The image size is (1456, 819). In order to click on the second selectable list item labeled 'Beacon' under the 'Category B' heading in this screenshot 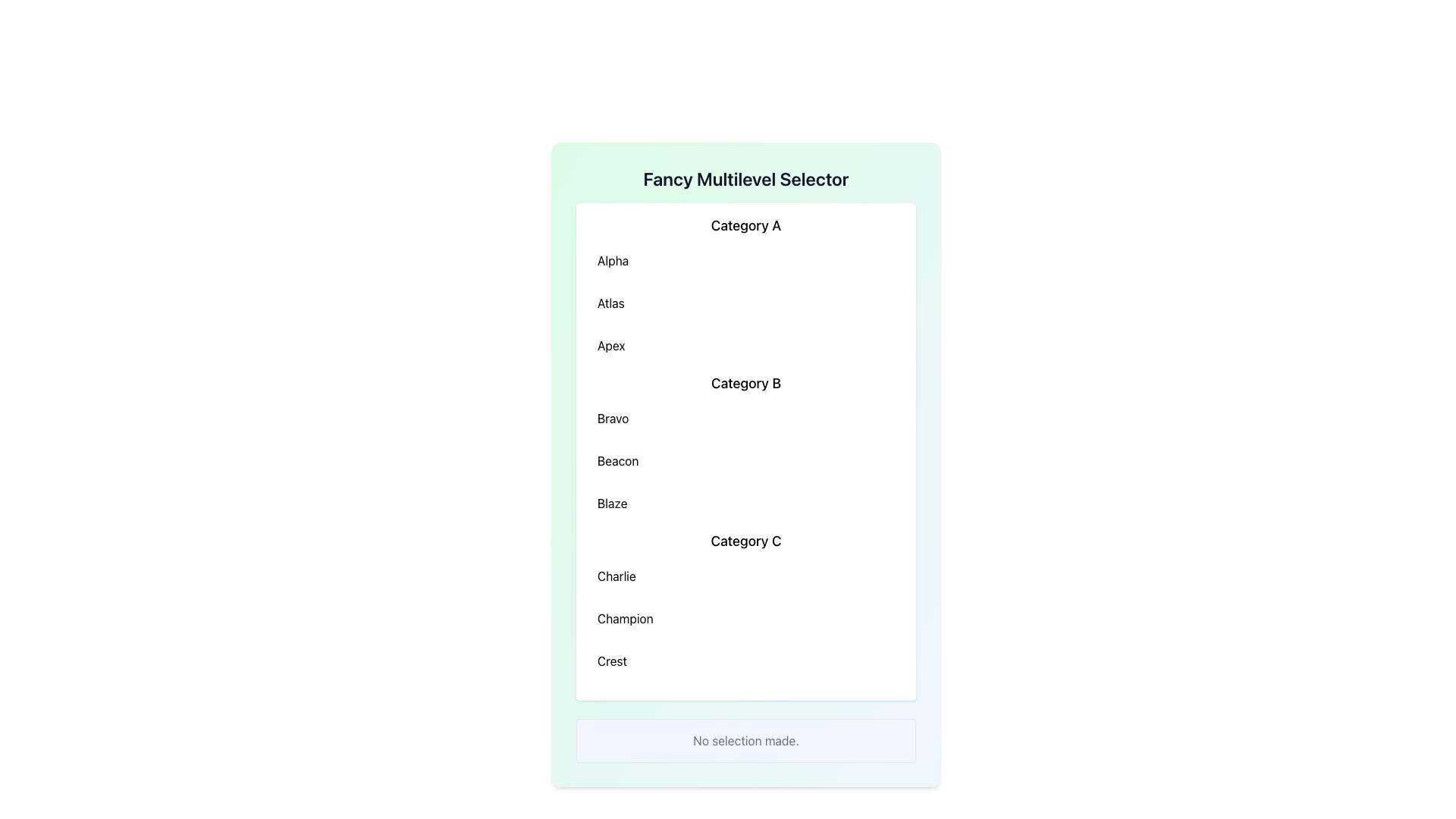, I will do `click(618, 460)`.